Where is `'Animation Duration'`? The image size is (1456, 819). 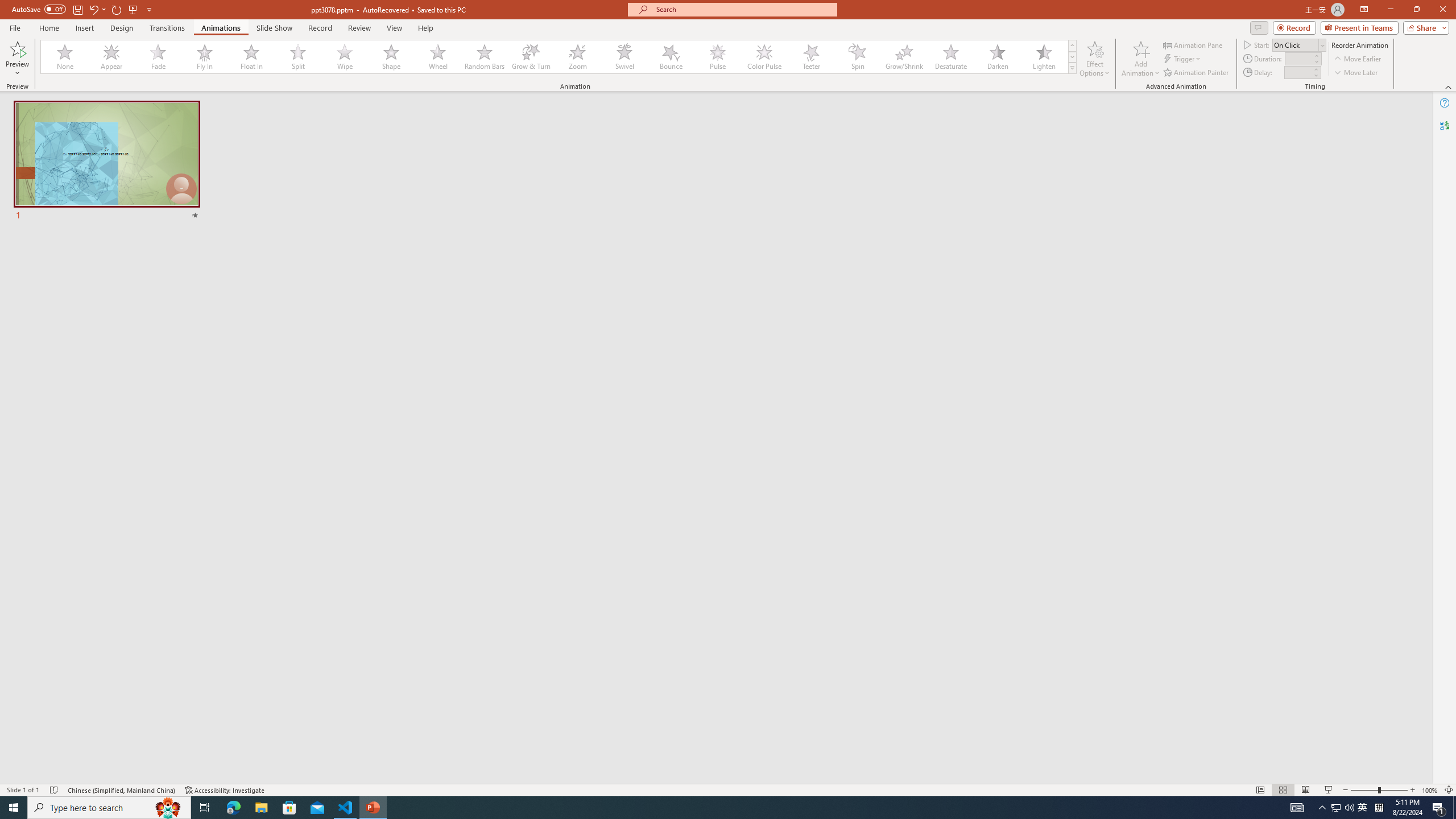
'Animation Duration' is located at coordinates (1298, 58).